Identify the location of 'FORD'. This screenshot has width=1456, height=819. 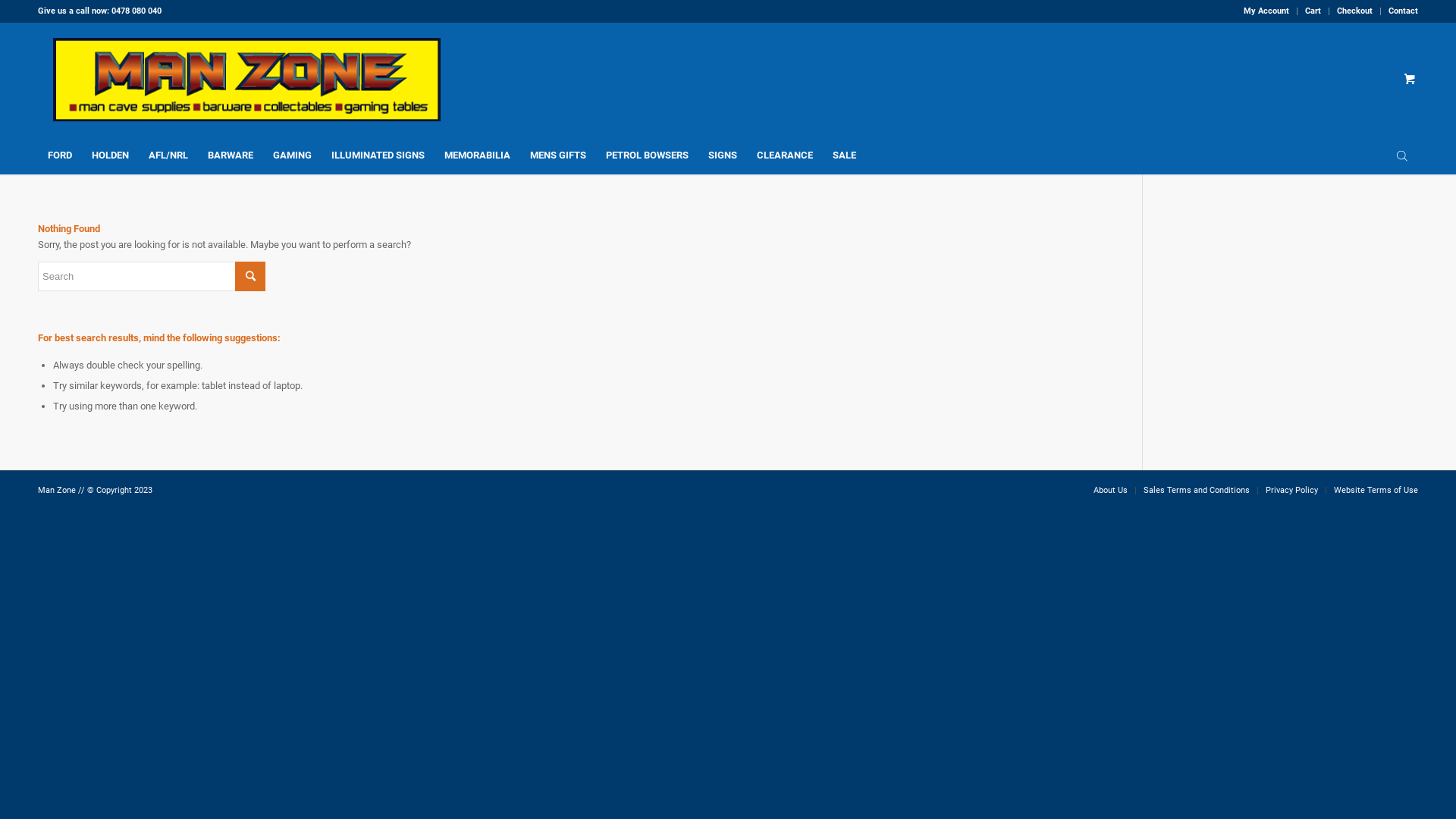
(59, 155).